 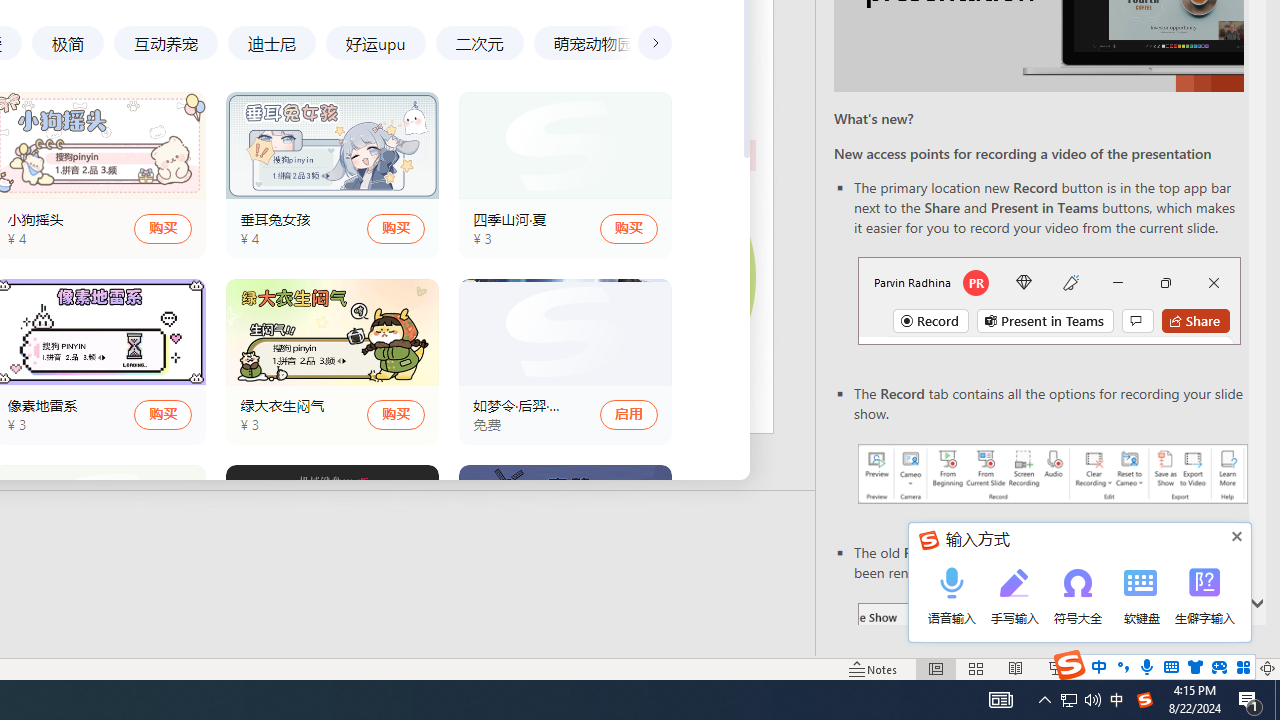 I want to click on 'Record your presentations screenshot one', so click(x=1051, y=474).